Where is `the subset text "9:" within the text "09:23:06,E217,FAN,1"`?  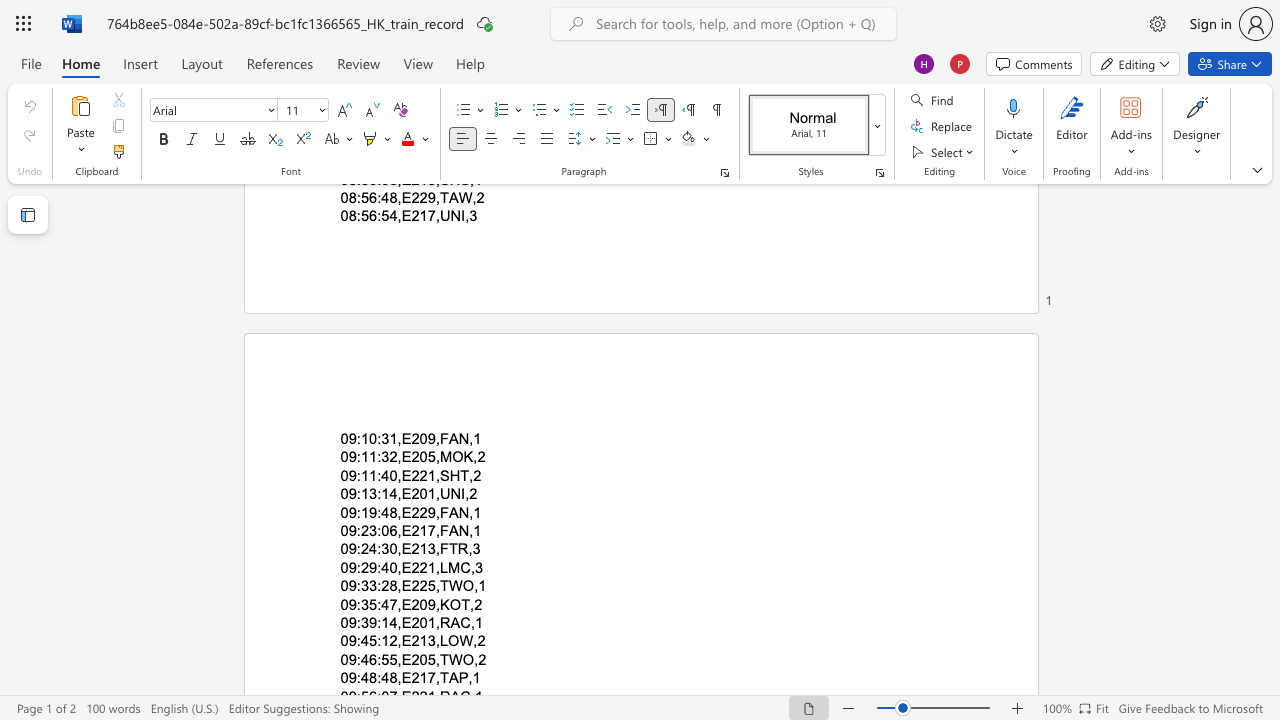 the subset text "9:" within the text "09:23:06,E217,FAN,1" is located at coordinates (348, 530).